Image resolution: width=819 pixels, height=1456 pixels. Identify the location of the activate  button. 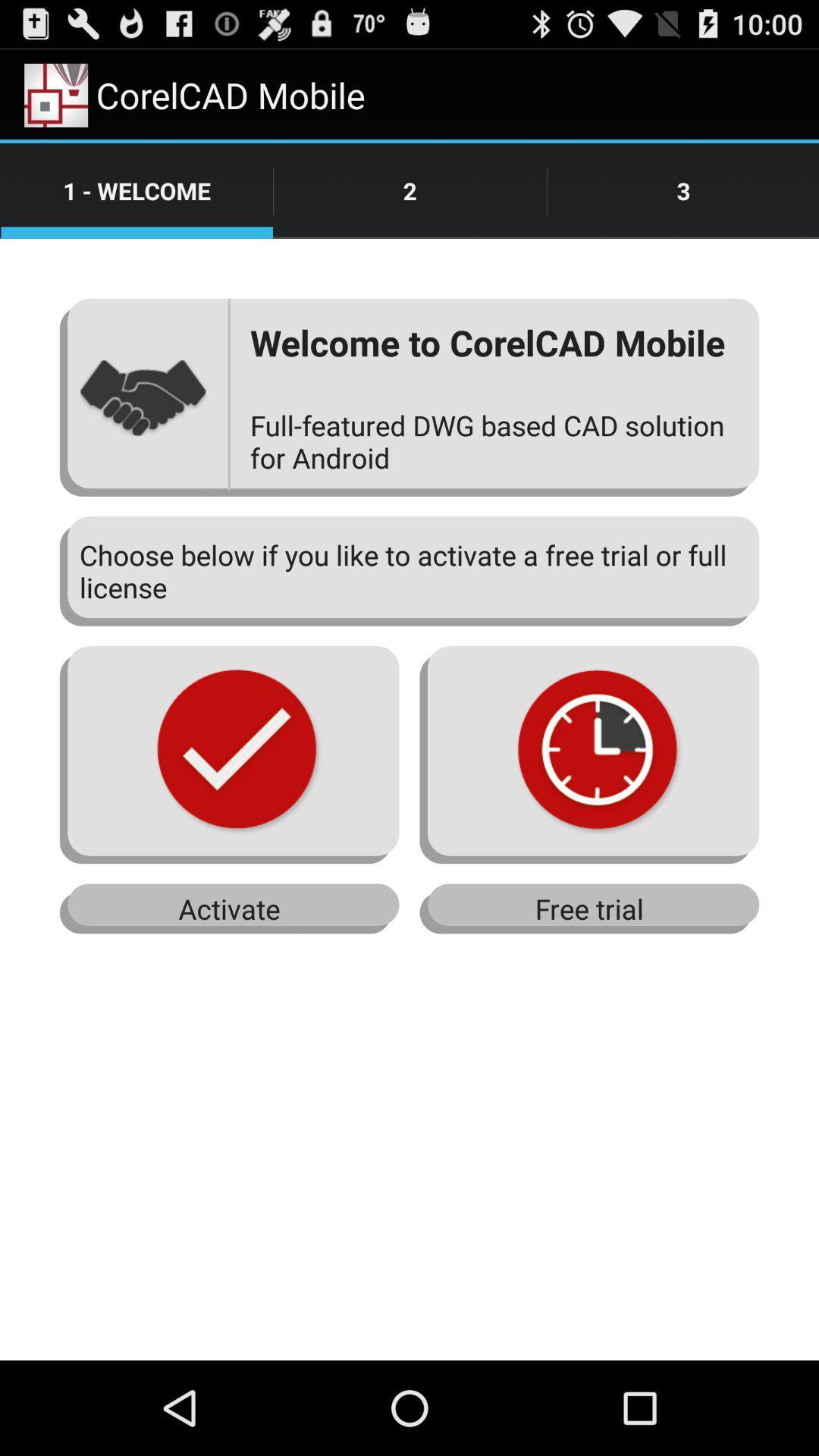
(230, 909).